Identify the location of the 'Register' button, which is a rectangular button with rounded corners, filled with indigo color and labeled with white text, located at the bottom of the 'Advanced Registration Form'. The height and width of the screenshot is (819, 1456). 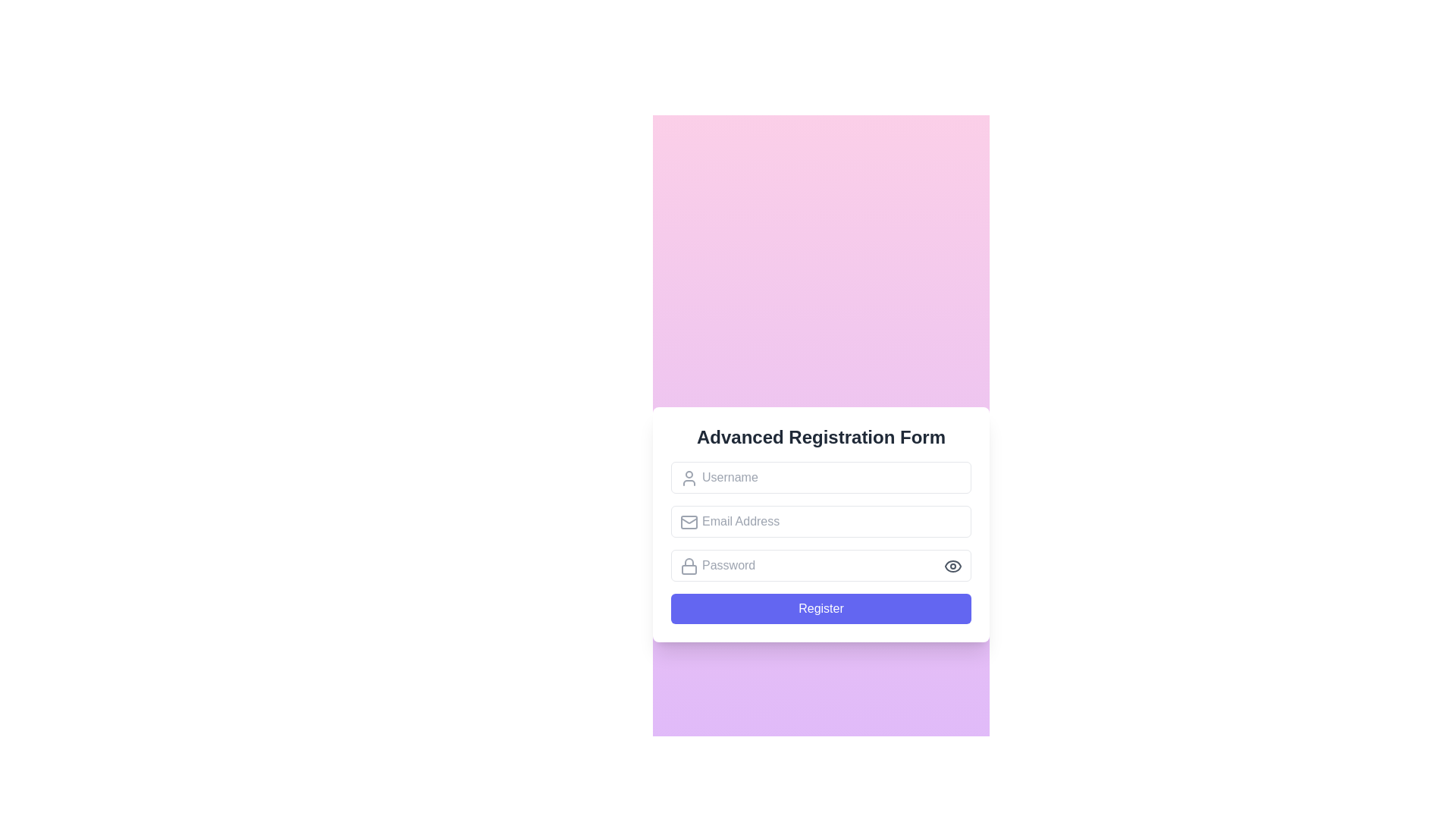
(821, 607).